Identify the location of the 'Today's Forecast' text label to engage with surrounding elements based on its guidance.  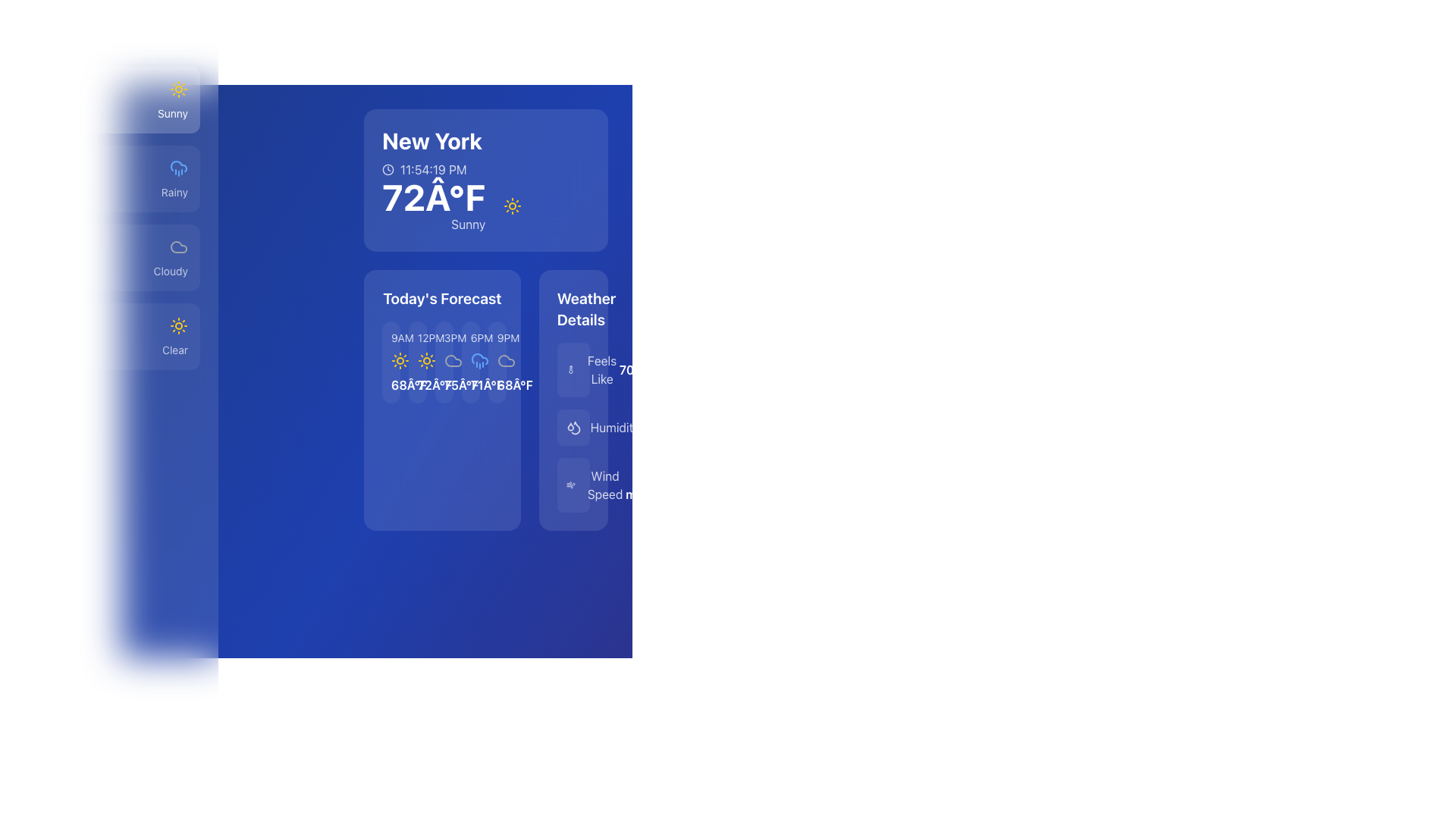
(441, 298).